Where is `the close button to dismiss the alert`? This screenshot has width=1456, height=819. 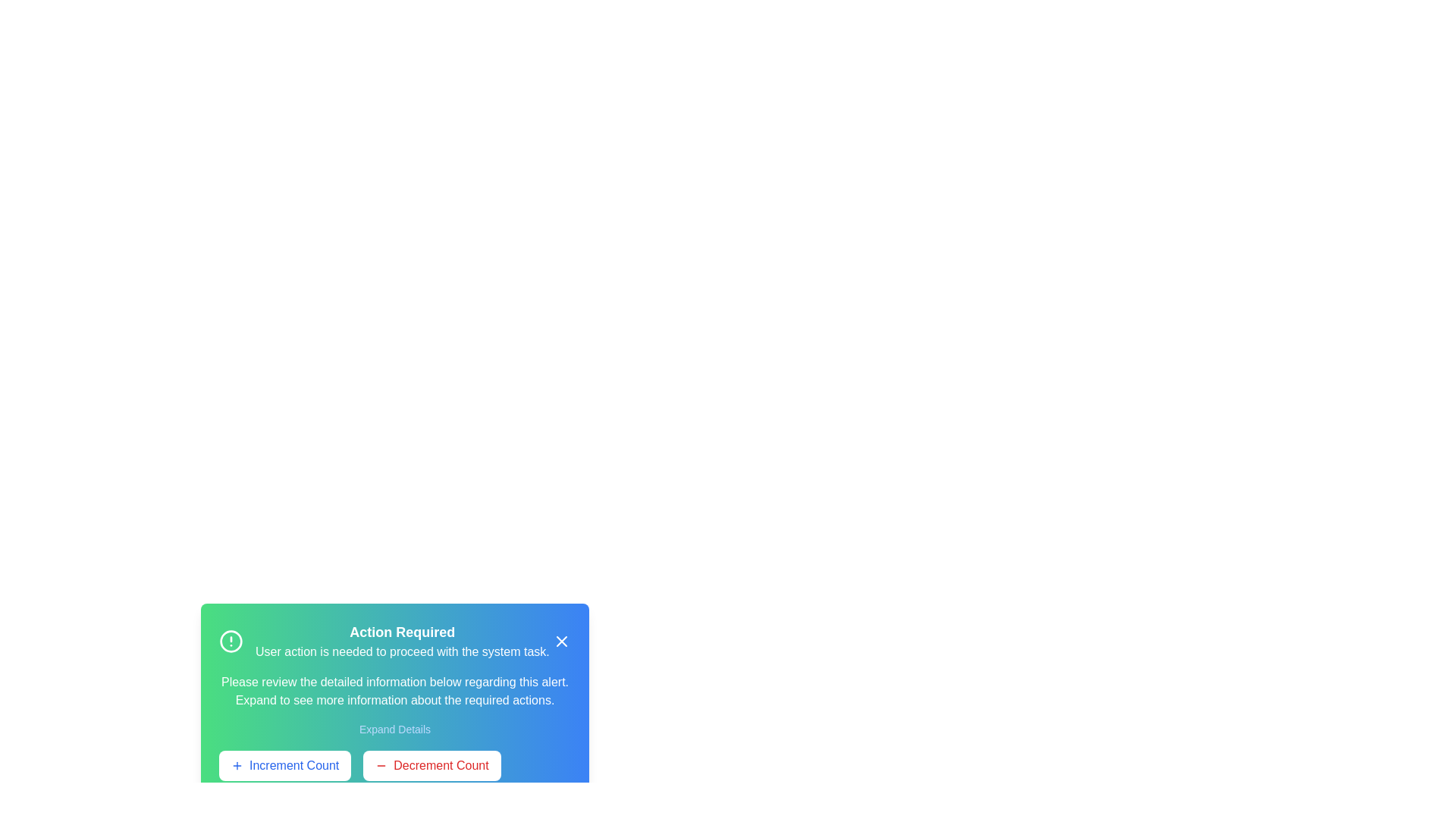
the close button to dismiss the alert is located at coordinates (560, 641).